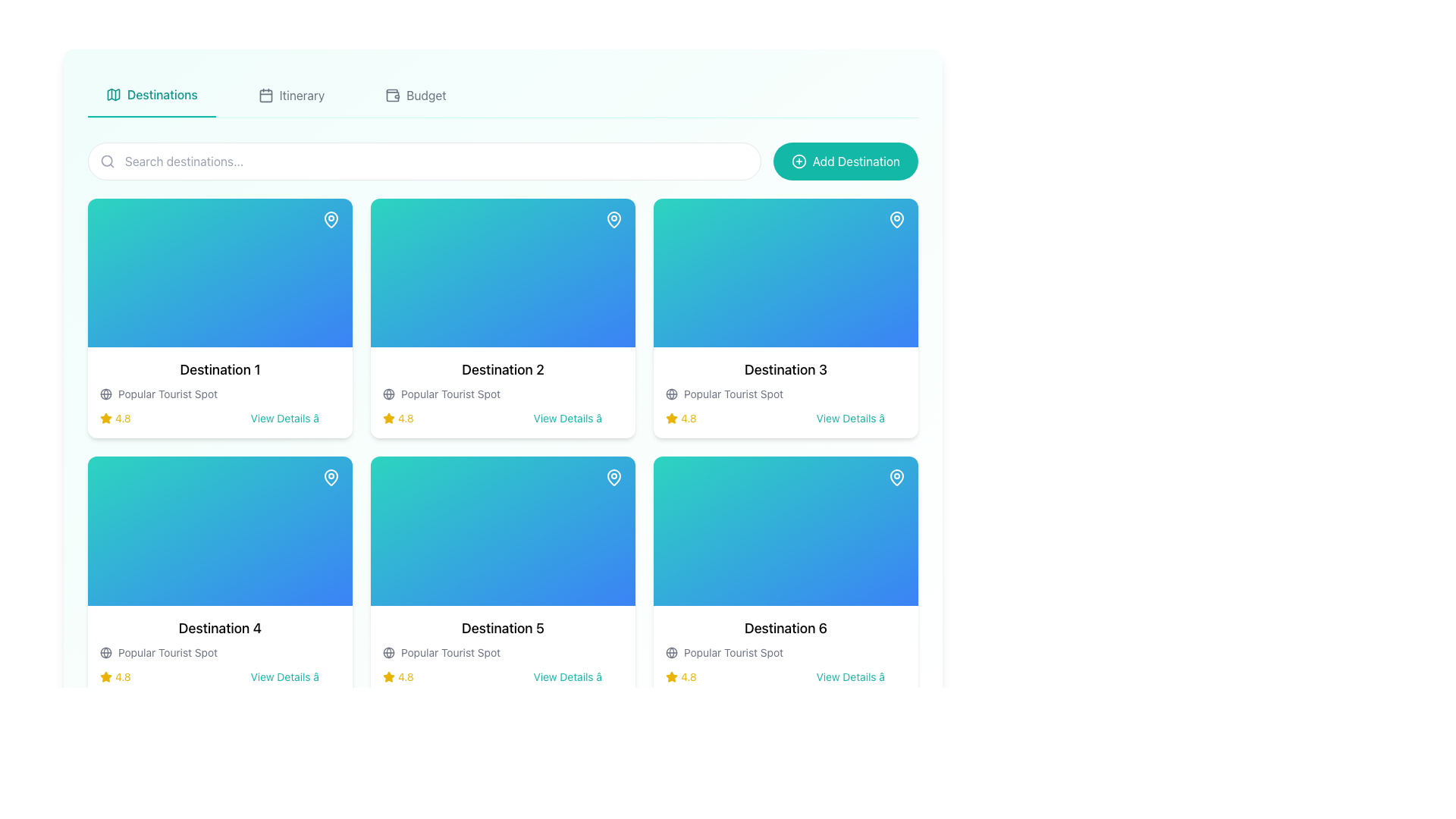 The image size is (1456, 819). I want to click on the sixth interactive card located at the bottom-right corner of the grid, so click(786, 576).